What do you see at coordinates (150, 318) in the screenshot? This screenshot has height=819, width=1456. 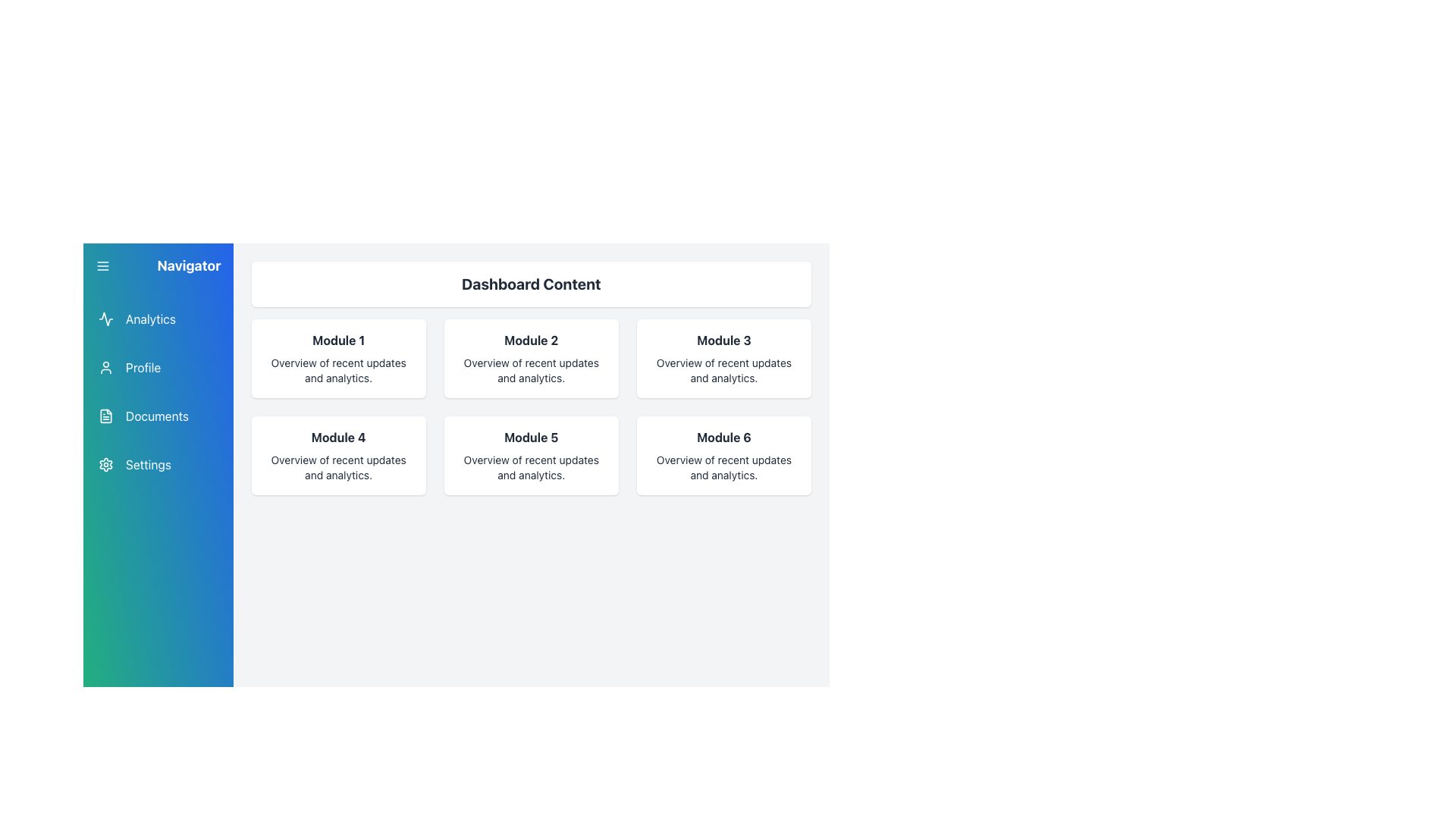 I see `the 'Analytics' text label located in the left sidebar under the 'Navigator' section` at bounding box center [150, 318].